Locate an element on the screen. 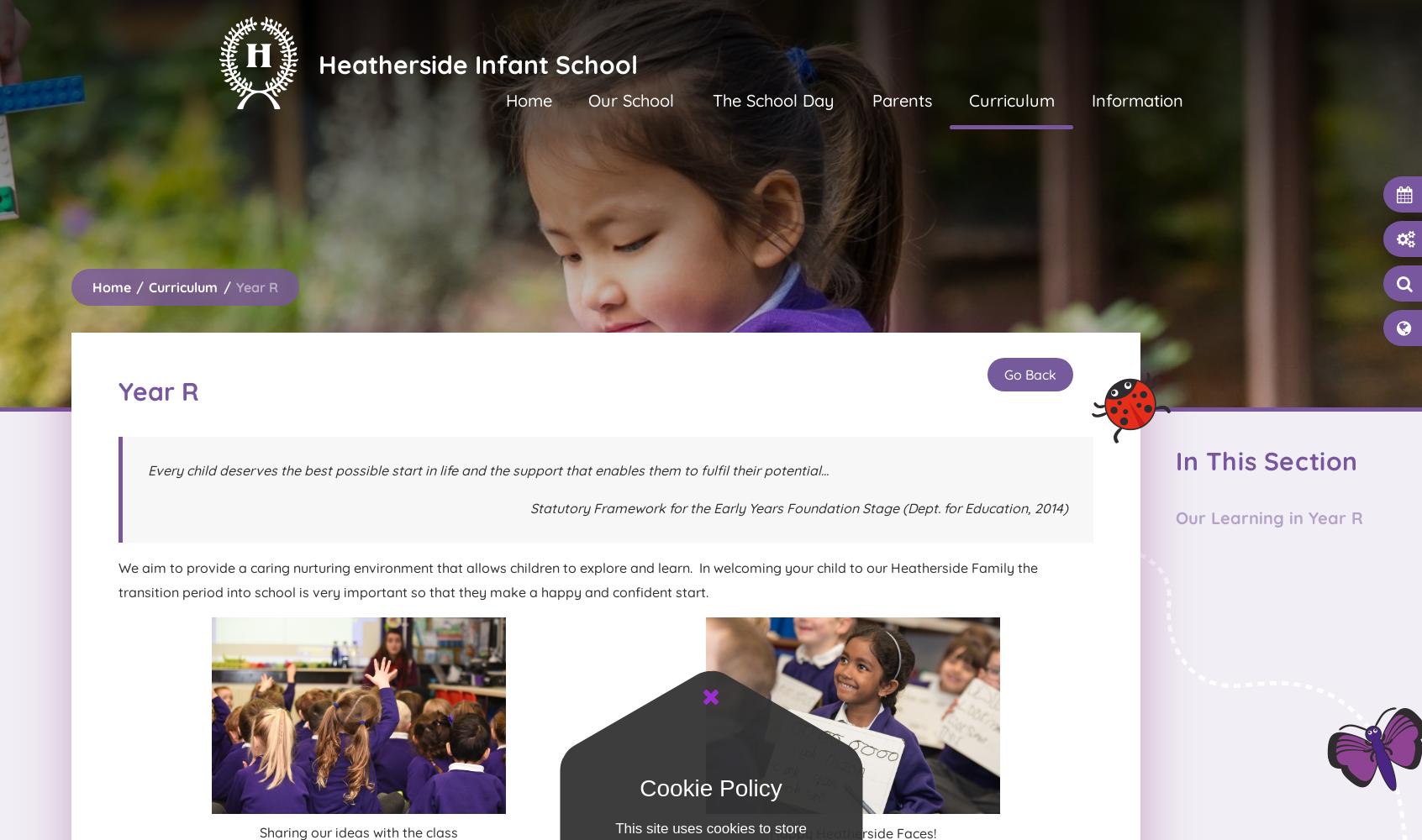  'Information' is located at coordinates (1137, 99).